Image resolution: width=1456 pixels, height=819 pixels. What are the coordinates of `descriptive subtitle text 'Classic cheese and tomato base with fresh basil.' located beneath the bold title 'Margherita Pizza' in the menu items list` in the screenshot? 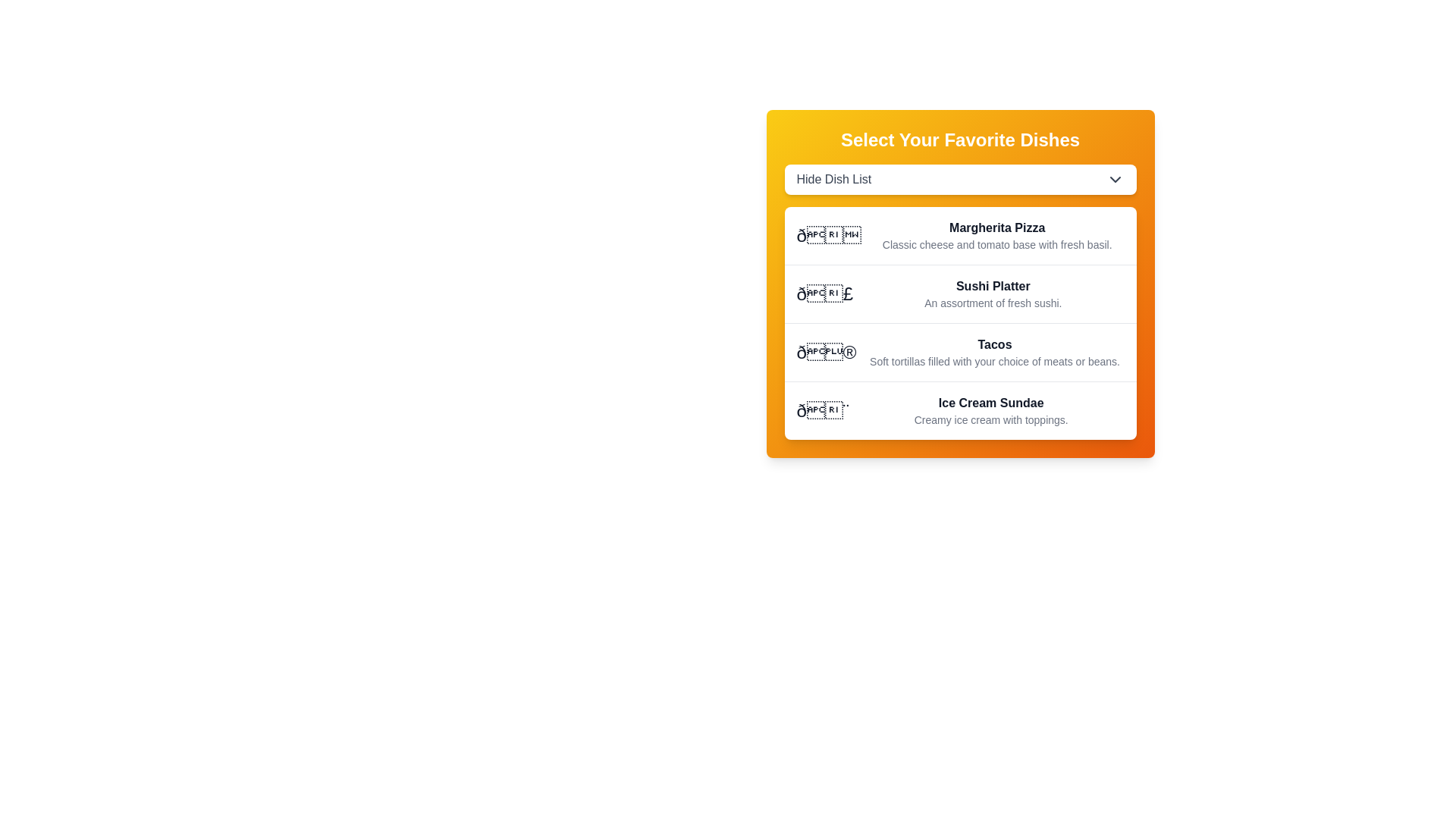 It's located at (997, 244).